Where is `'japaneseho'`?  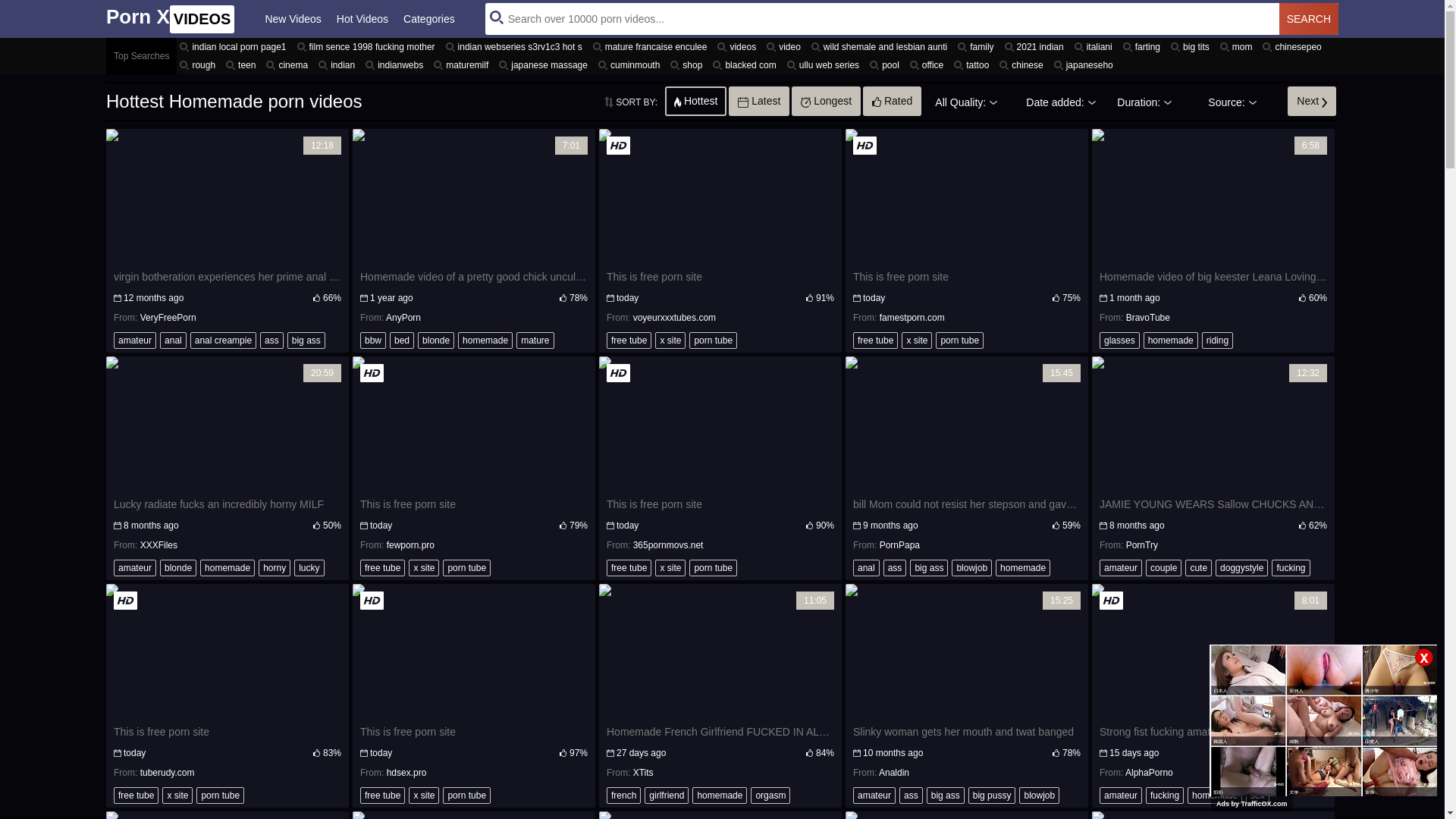 'japaneseho' is located at coordinates (1084, 64).